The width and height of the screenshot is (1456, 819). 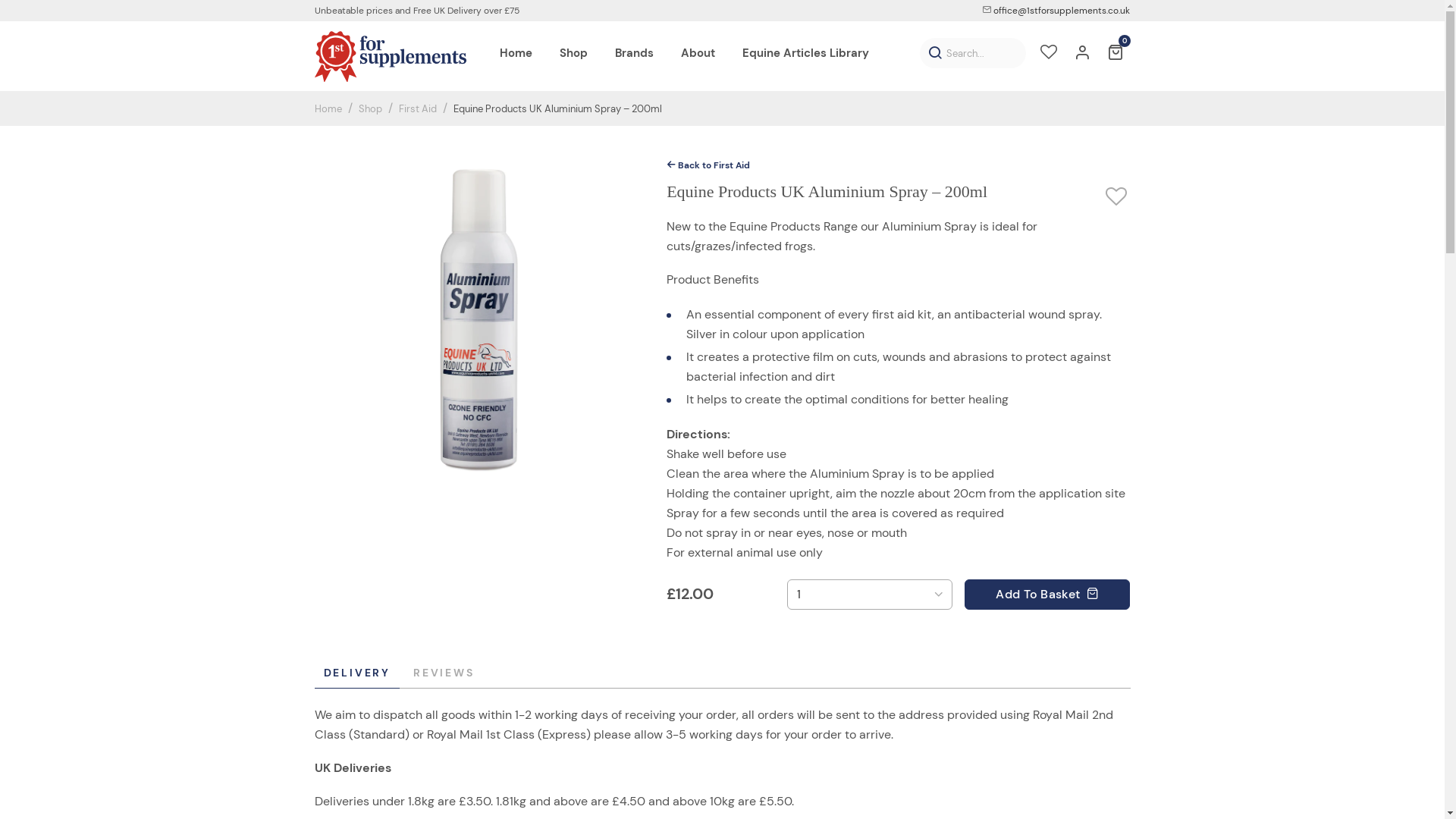 I want to click on 'About', so click(x=697, y=52).